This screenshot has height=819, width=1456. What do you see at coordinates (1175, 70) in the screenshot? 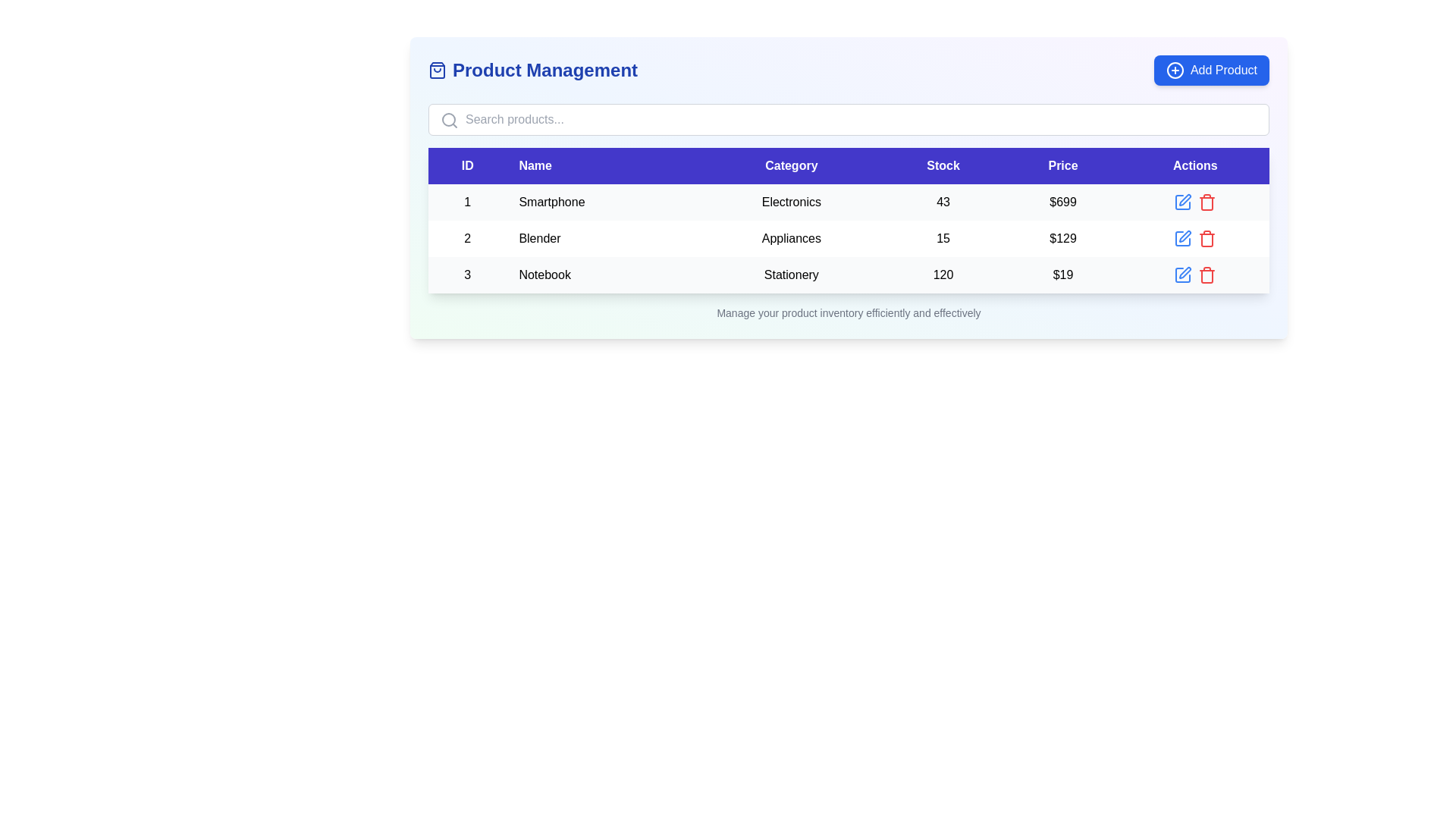
I see `the circular outline of the '+' icon in the 'Add Product' button located at the top-right corner of the layout` at bounding box center [1175, 70].